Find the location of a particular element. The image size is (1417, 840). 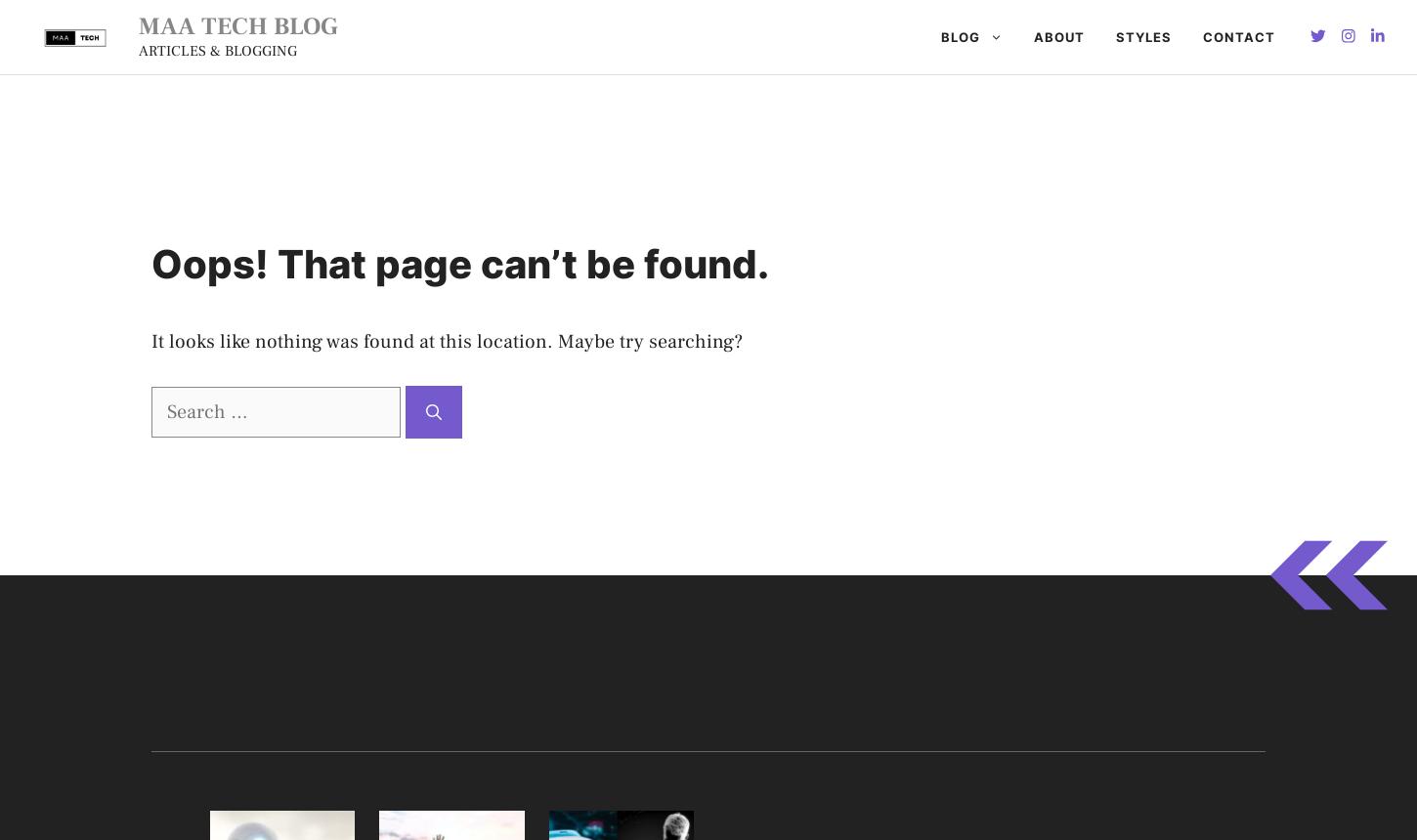

'Science' is located at coordinates (674, 337).